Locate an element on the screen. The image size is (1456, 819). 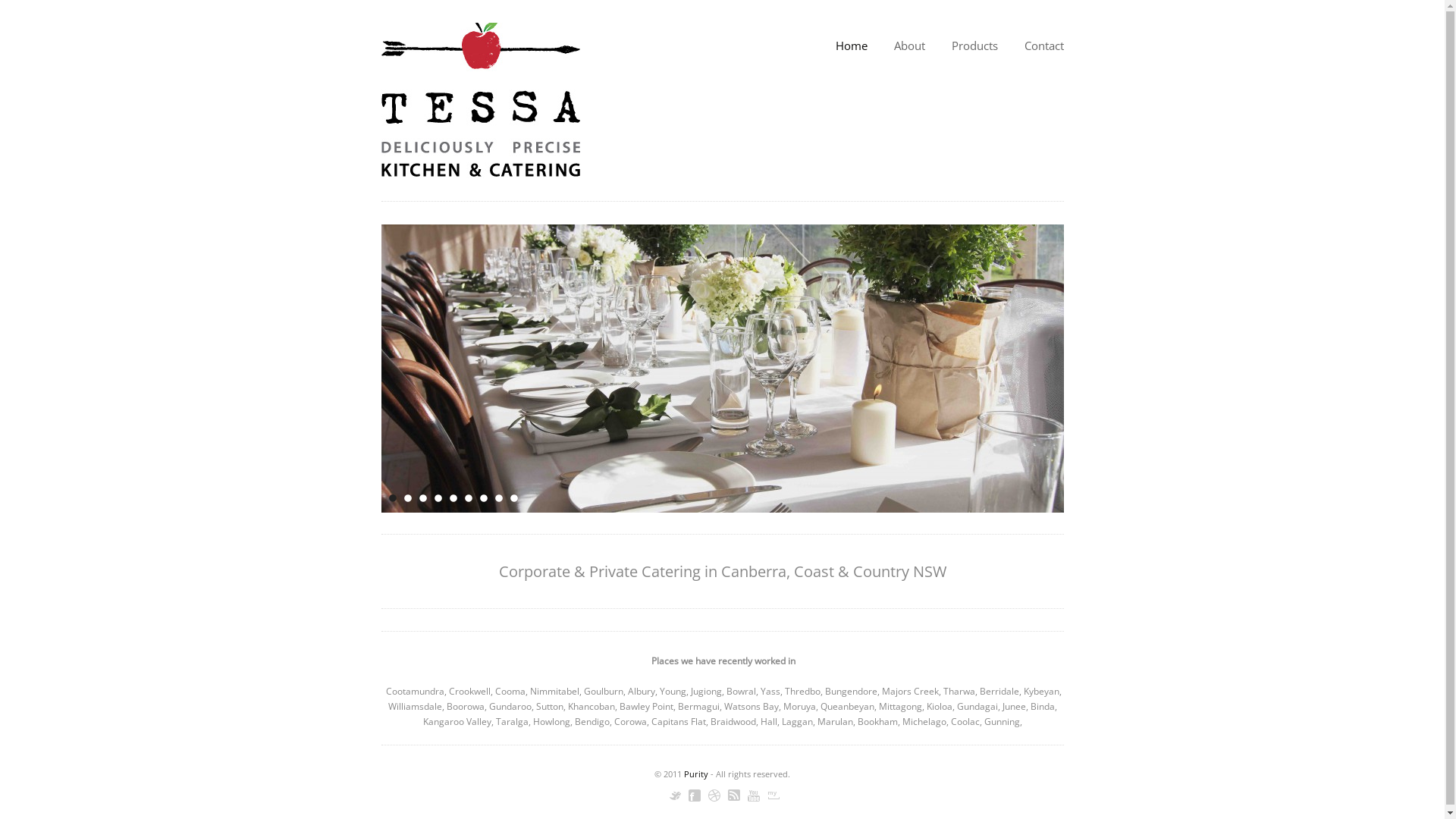
'8' is located at coordinates (498, 497).